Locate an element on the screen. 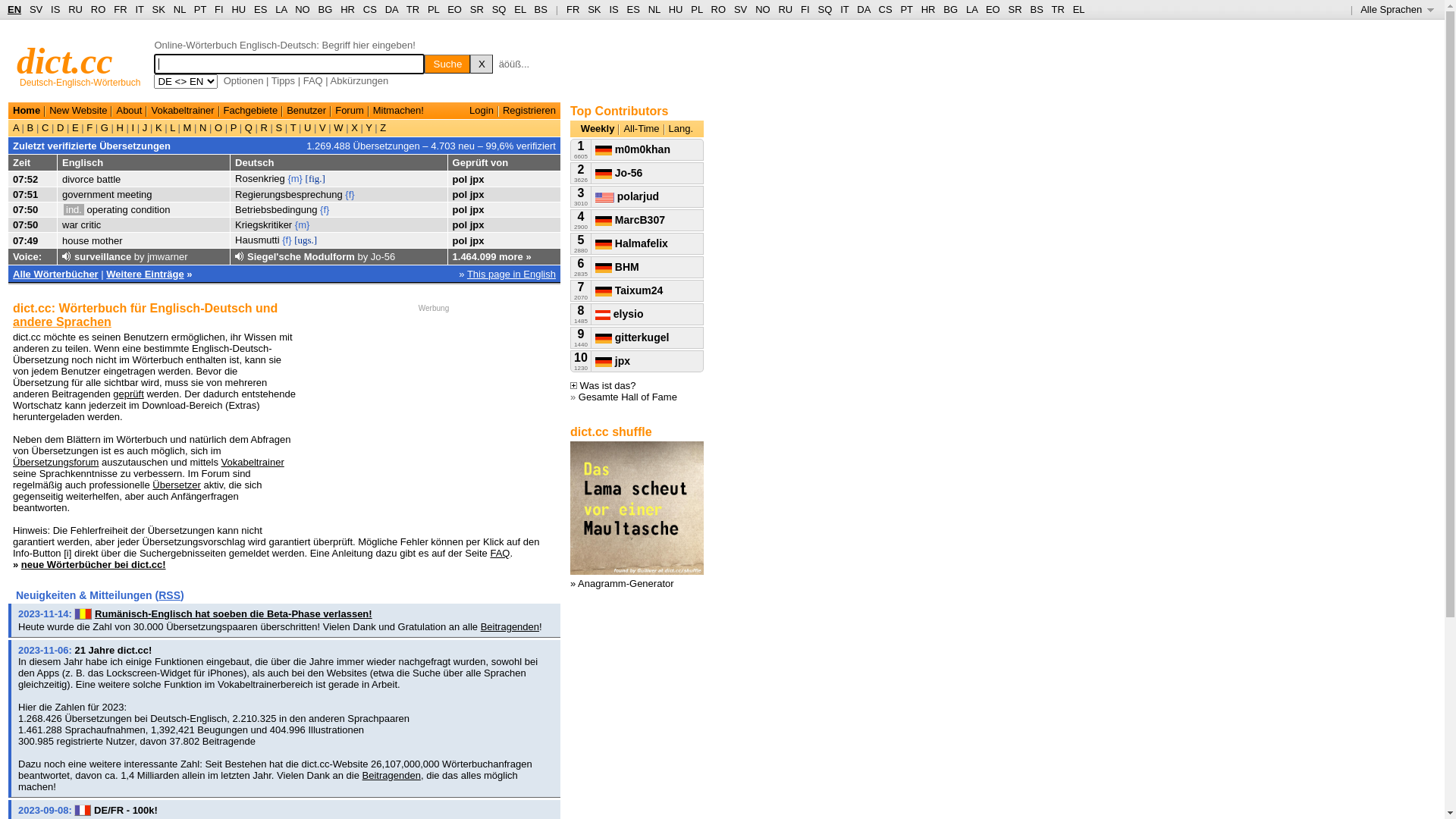 This screenshot has width=1456, height=819. 'N' is located at coordinates (202, 127).